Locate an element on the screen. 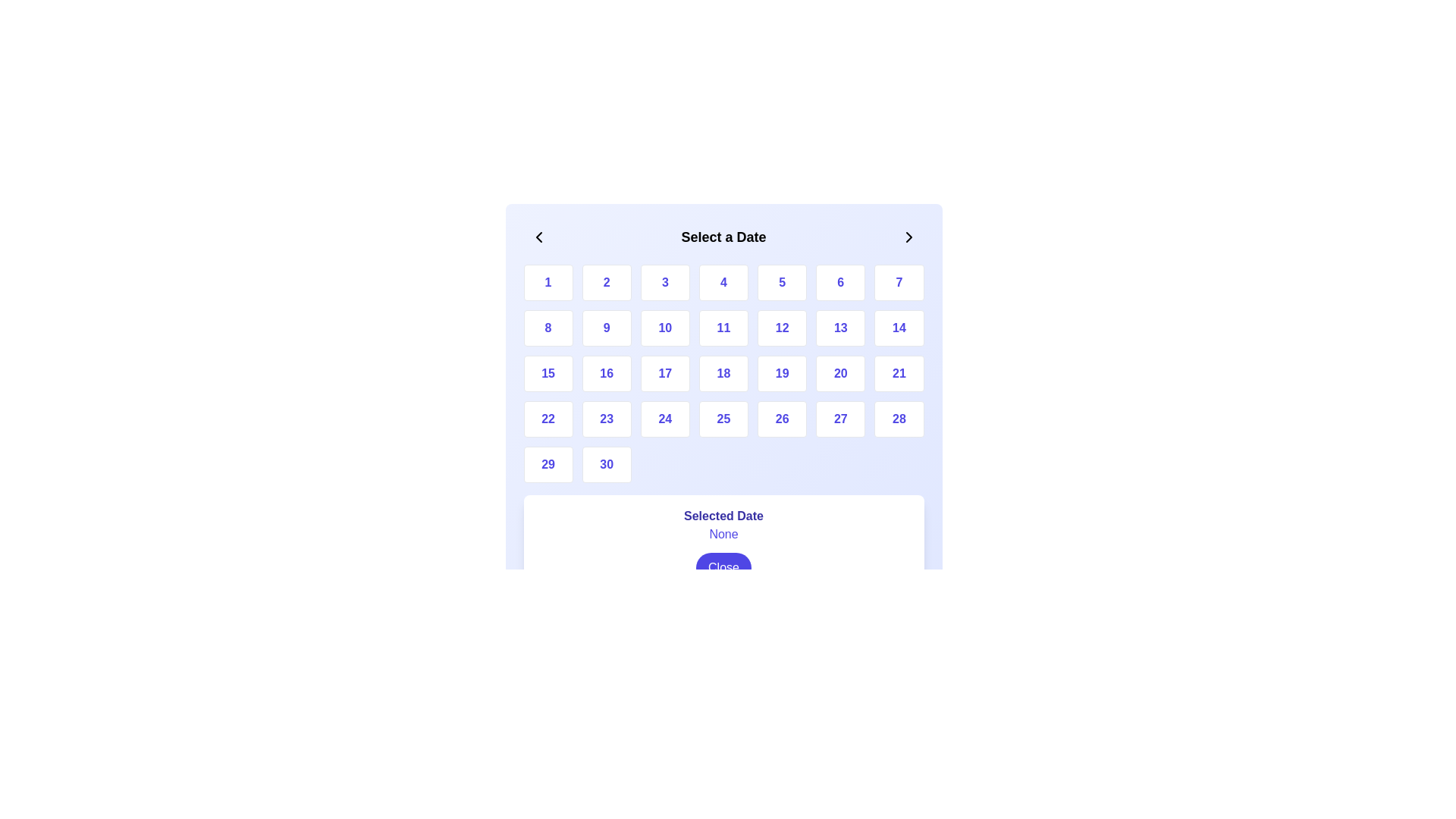 This screenshot has width=1456, height=819. the button labeled '30' which is a square block with rounded corners and a white background is located at coordinates (607, 464).